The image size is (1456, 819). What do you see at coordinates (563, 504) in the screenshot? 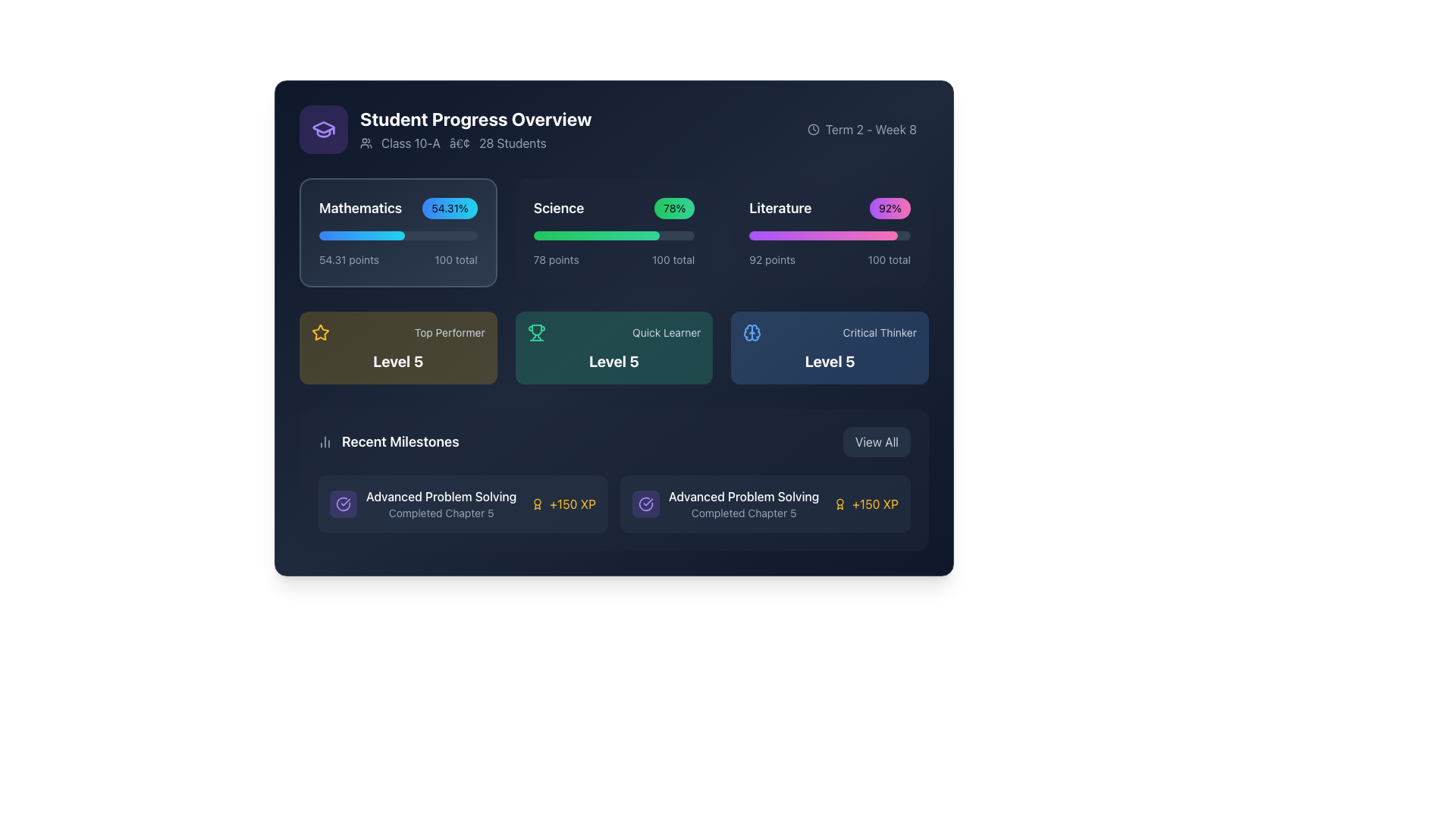
I see `the text '+150 XP' with the adjacent award icon, which is part of the 'Recent Milestones' section indicating earned experience points` at bounding box center [563, 504].